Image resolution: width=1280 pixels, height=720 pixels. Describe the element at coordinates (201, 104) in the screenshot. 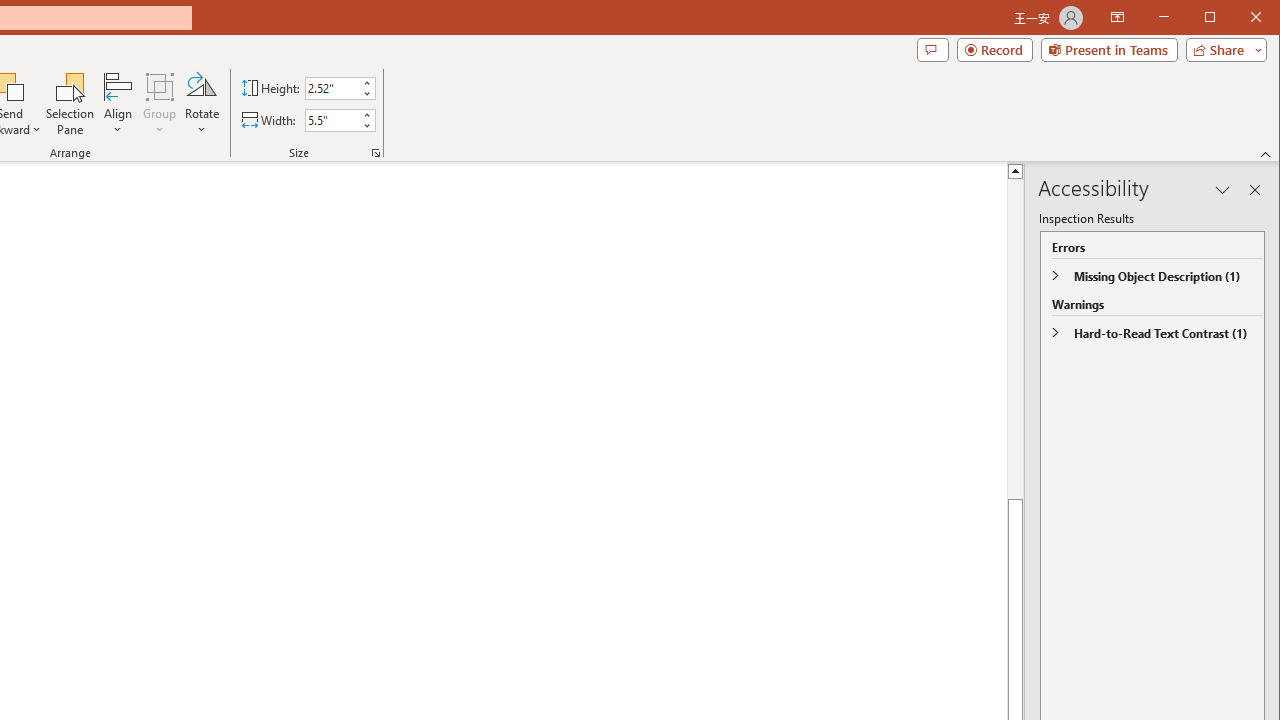

I see `'Rotate'` at that location.